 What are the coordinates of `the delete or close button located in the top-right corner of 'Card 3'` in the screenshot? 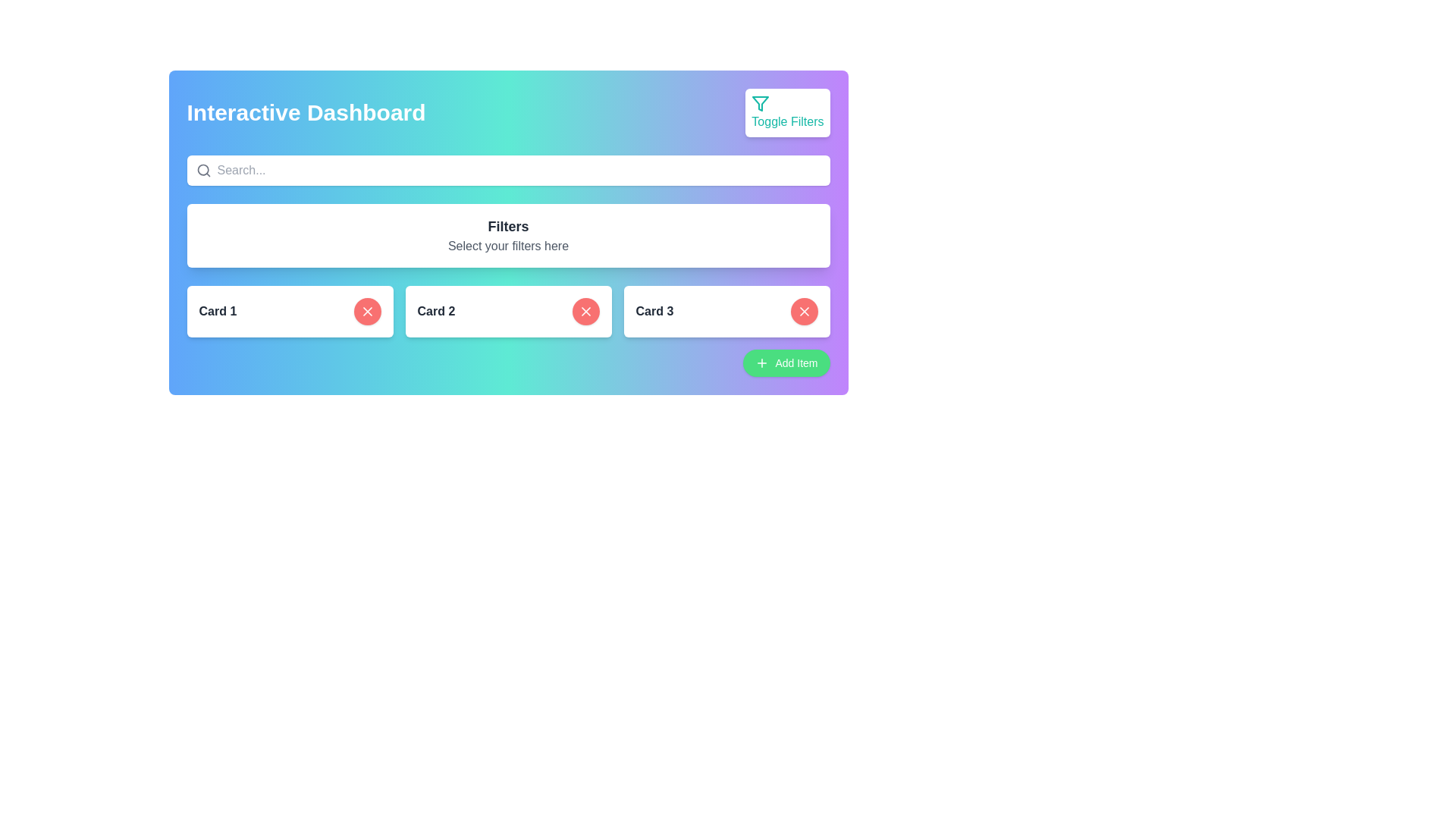 It's located at (803, 311).